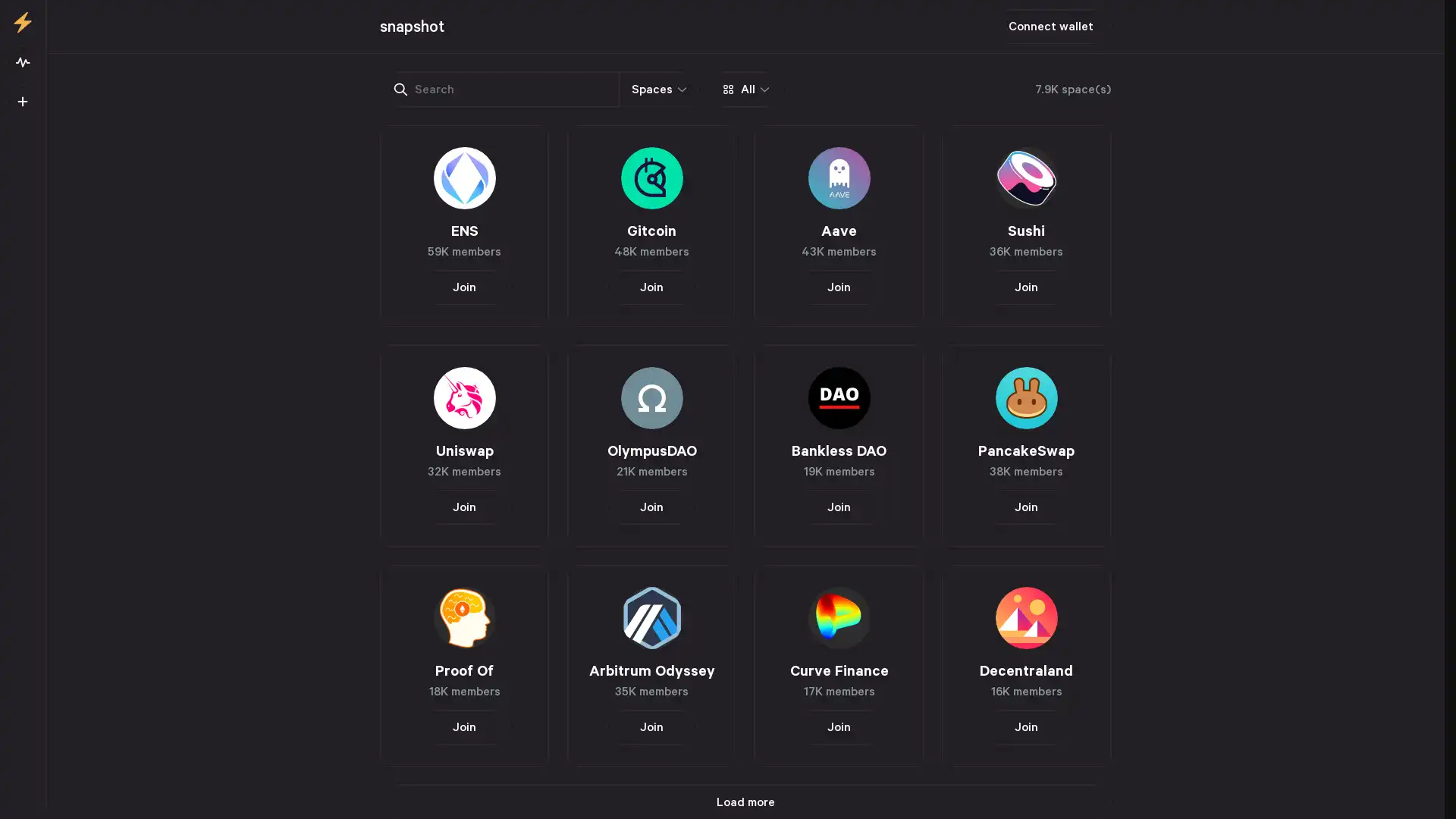 The width and height of the screenshot is (1456, 819). What do you see at coordinates (743, 89) in the screenshot?
I see `All` at bounding box center [743, 89].